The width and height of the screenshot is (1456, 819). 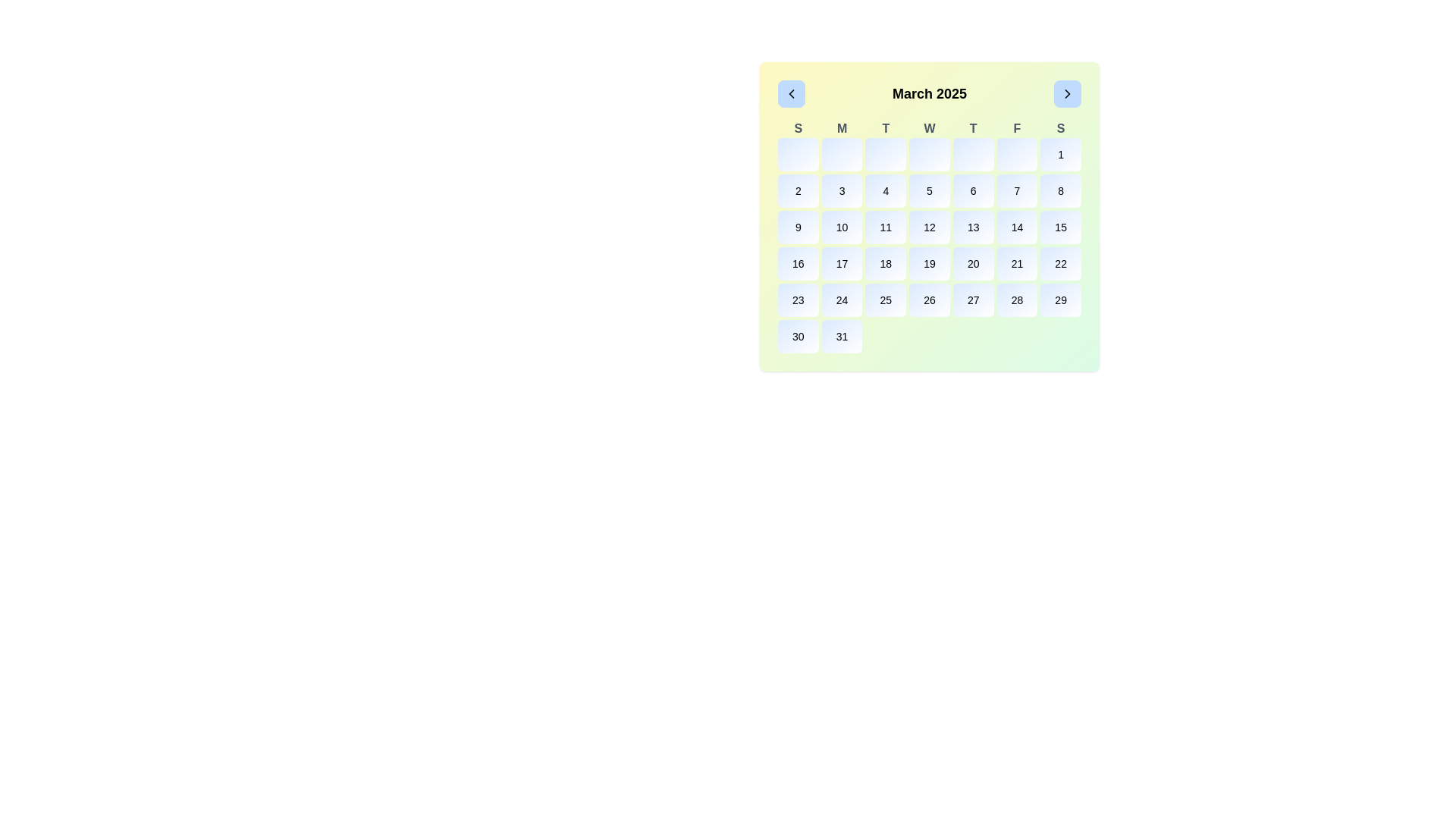 What do you see at coordinates (973, 227) in the screenshot?
I see `the button displaying the date '13' in the calendar grid` at bounding box center [973, 227].